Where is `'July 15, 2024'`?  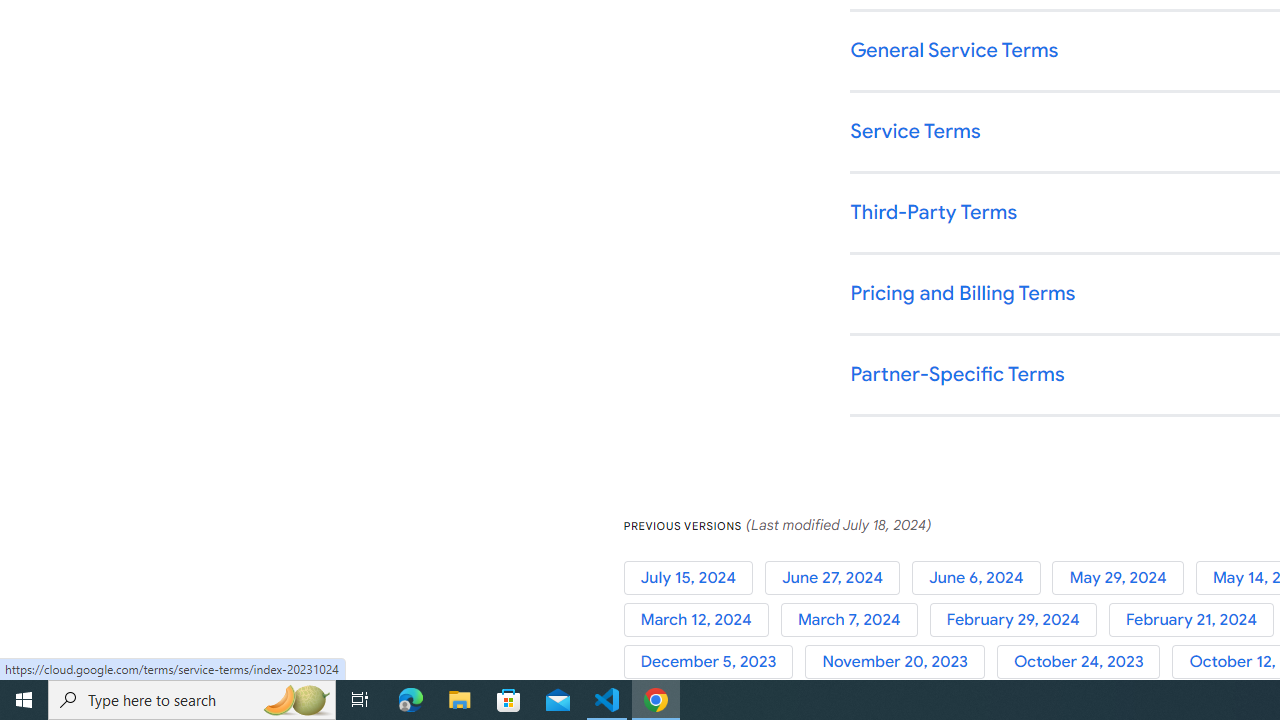 'July 15, 2024' is located at coordinates (694, 577).